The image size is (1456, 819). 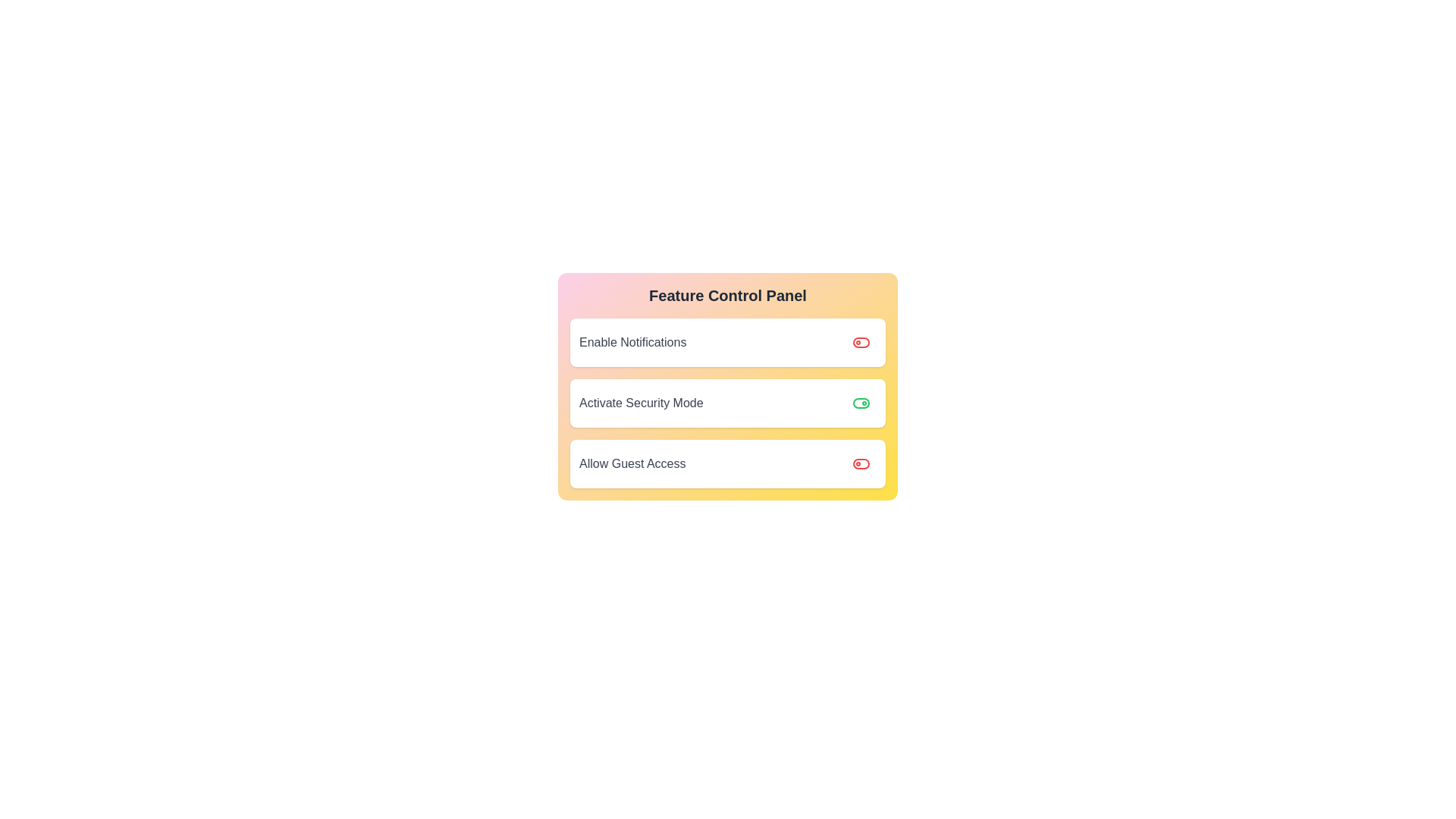 What do you see at coordinates (861, 342) in the screenshot?
I see `the toggle switch represented by the rectangular div or SVG with rounded corners and a solid red border, located to the right of the 'Enable Notifications' label` at bounding box center [861, 342].